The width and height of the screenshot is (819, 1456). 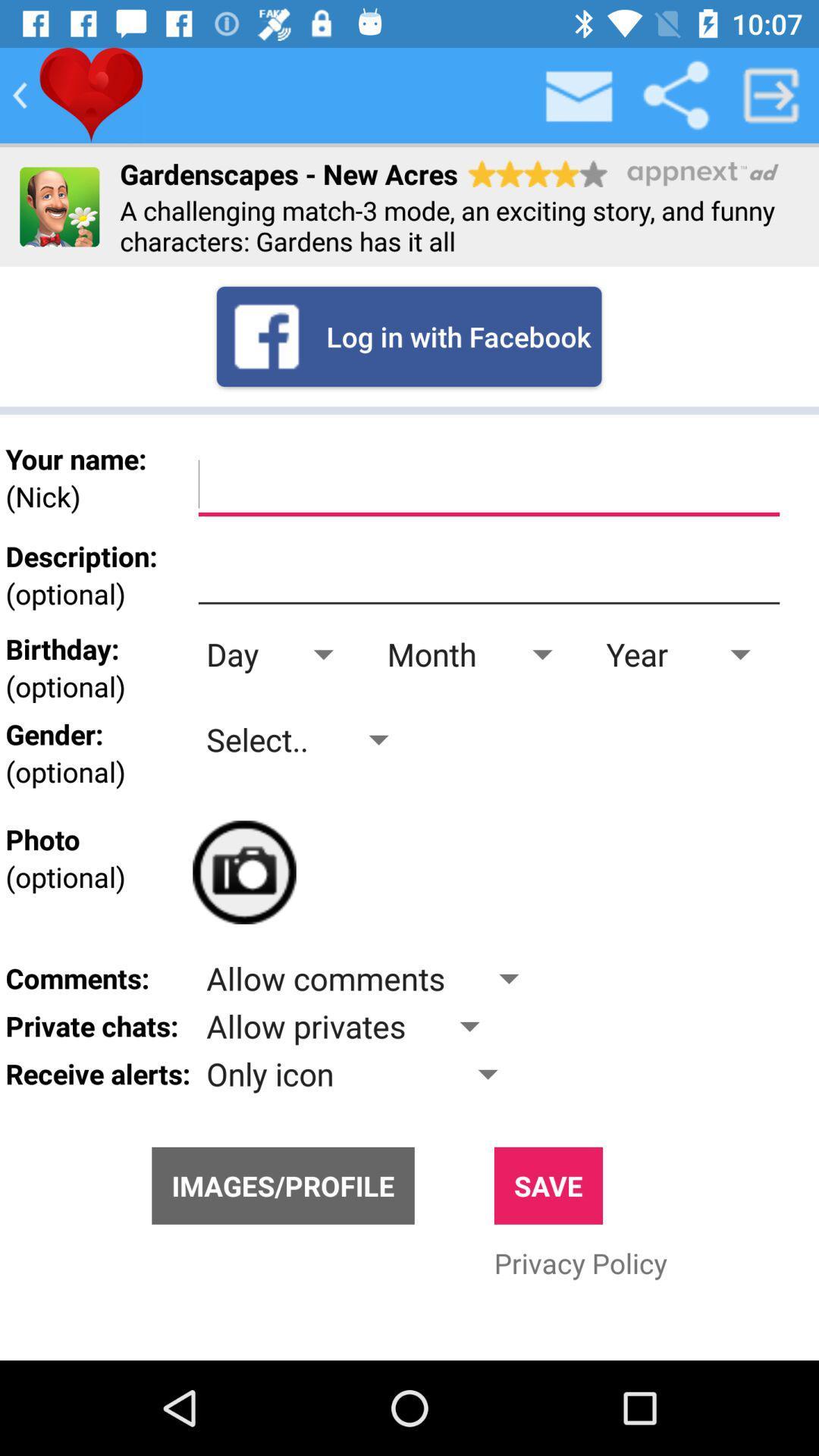 What do you see at coordinates (771, 94) in the screenshot?
I see `next` at bounding box center [771, 94].